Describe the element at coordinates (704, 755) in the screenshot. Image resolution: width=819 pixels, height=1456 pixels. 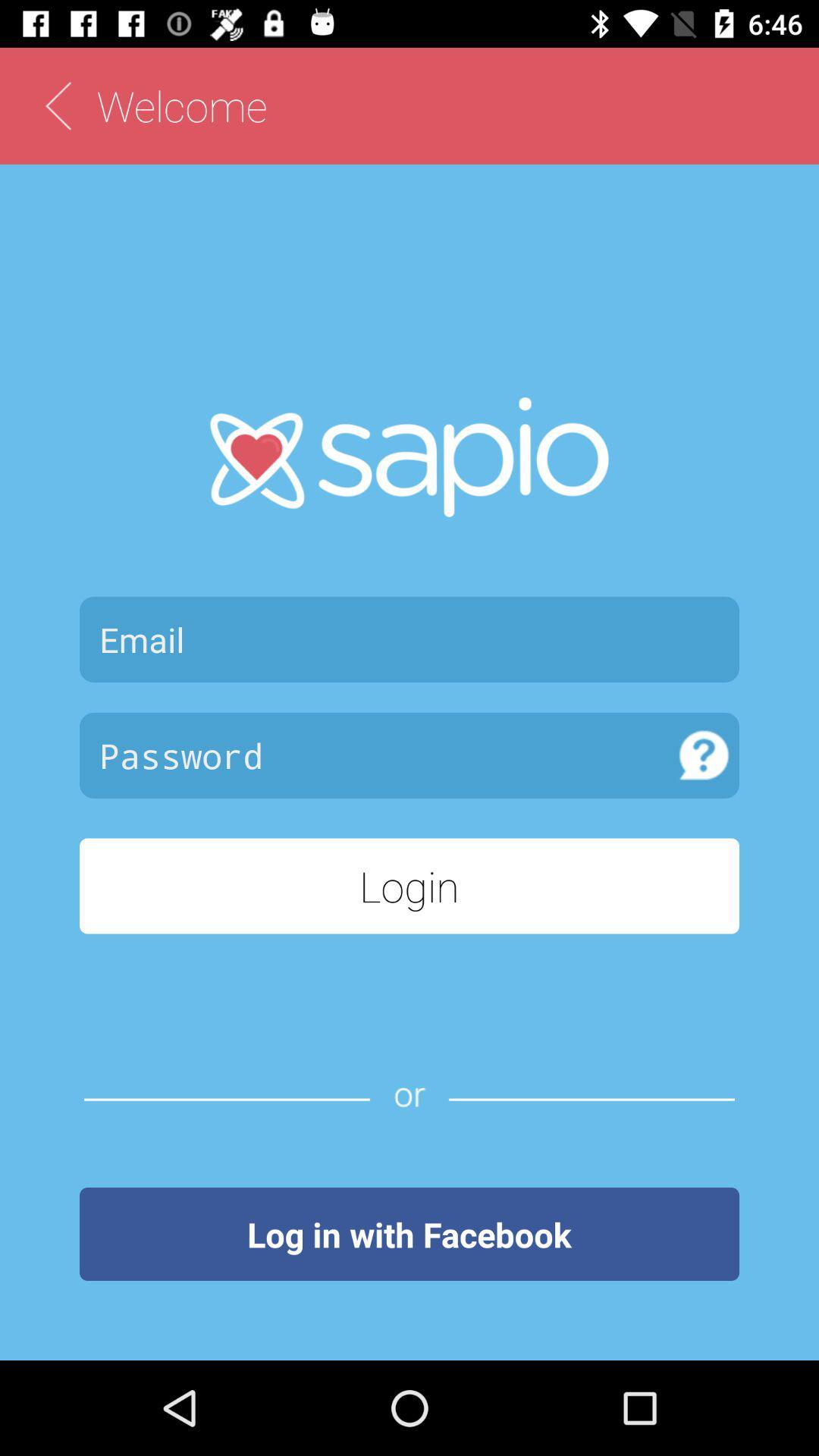
I see `know password rule` at that location.